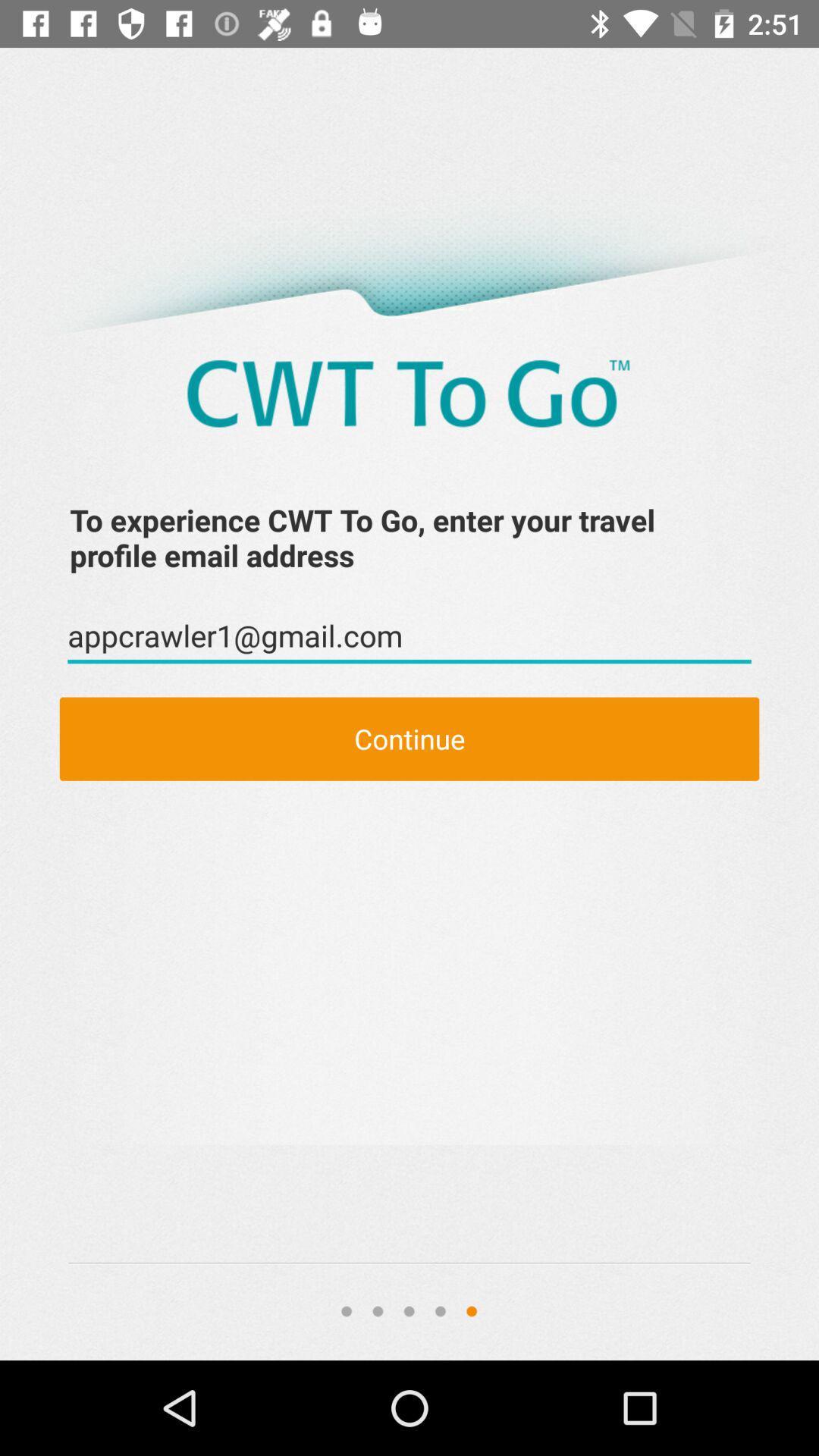 The width and height of the screenshot is (819, 1456). I want to click on continue item, so click(409, 739).